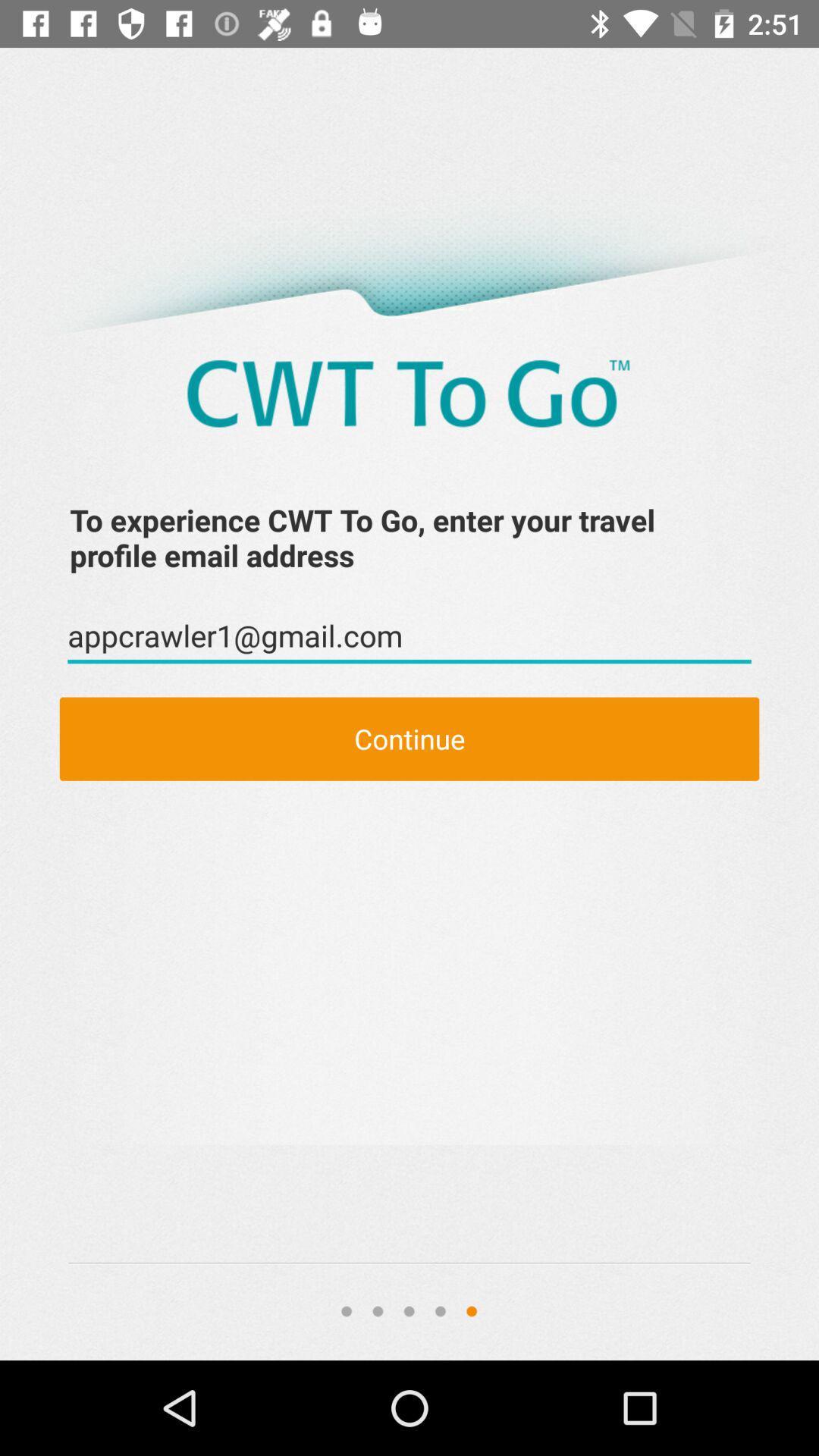 The width and height of the screenshot is (819, 1456). I want to click on continue item, so click(409, 739).